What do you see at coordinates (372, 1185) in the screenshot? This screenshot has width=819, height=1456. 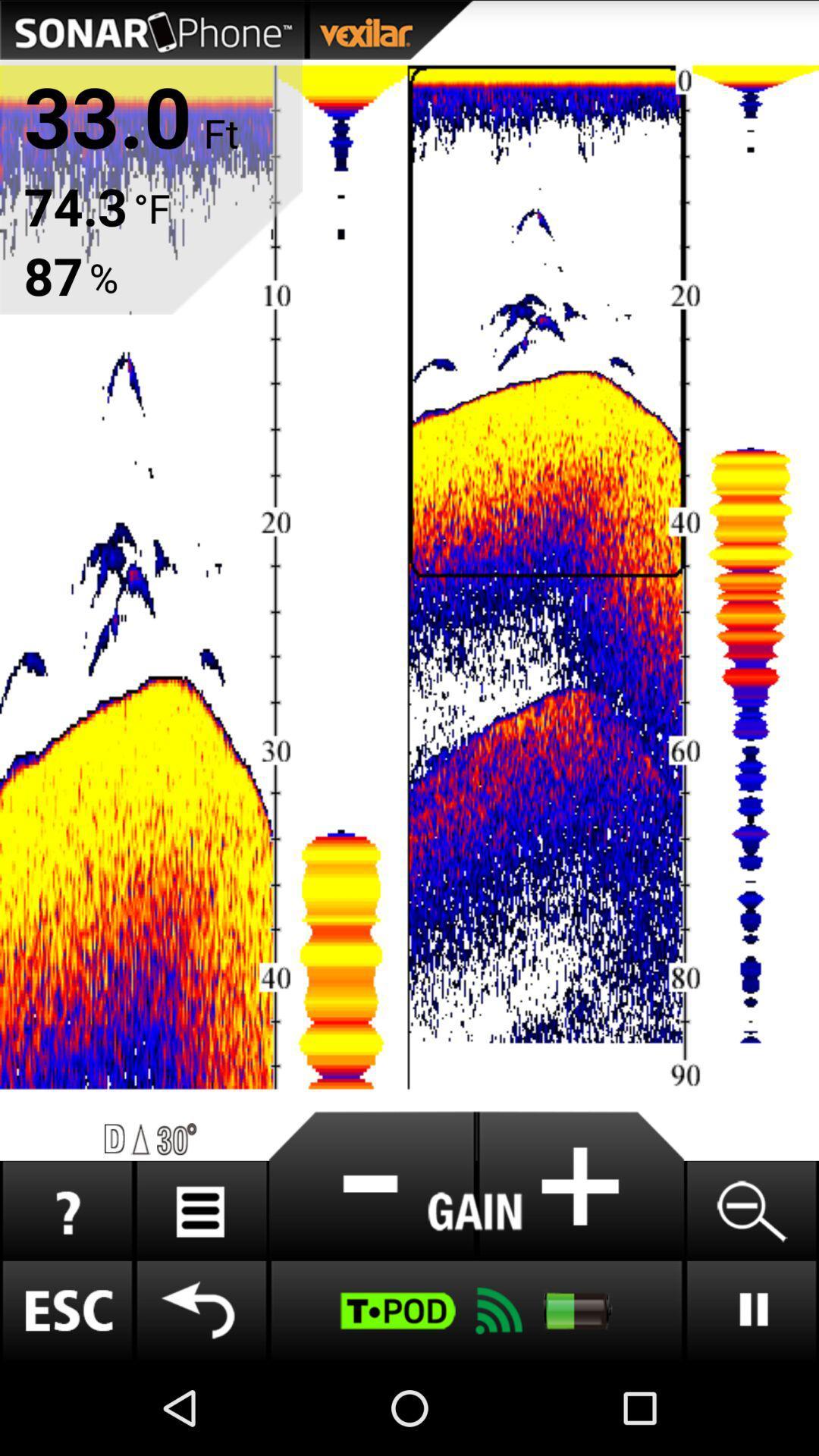 I see `choose the selection` at bounding box center [372, 1185].